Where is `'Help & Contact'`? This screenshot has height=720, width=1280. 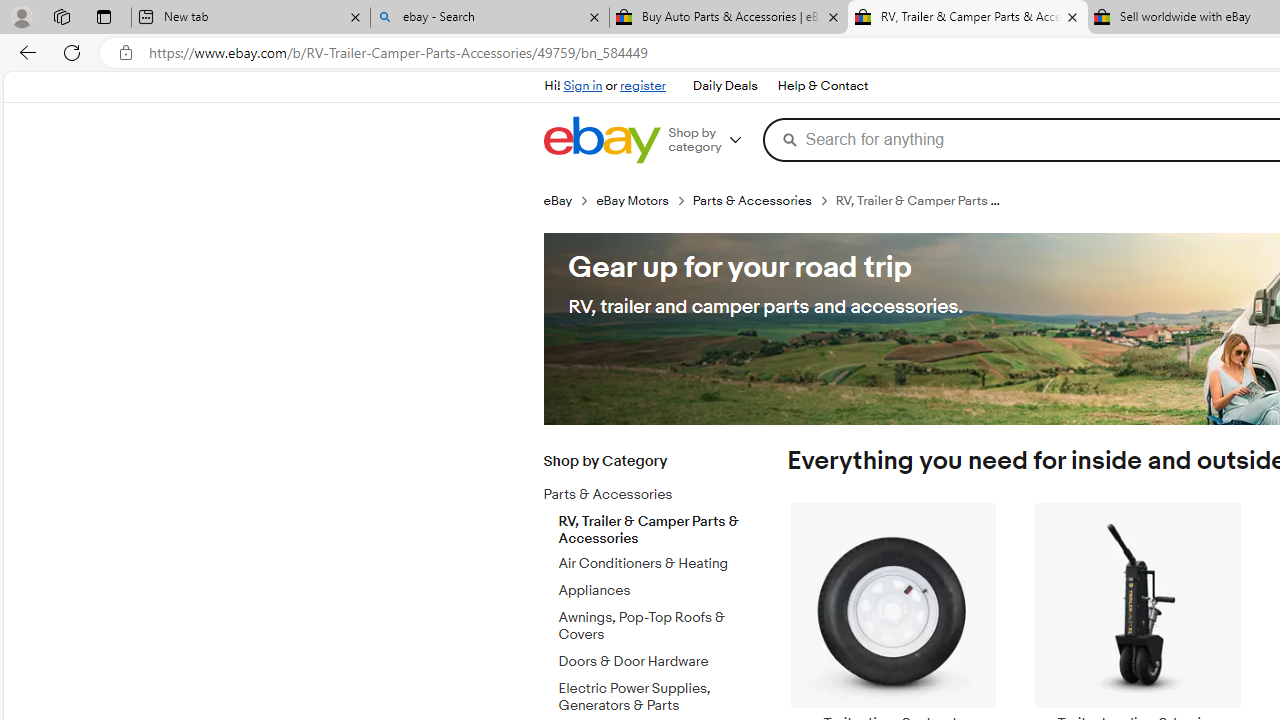 'Help & Contact' is located at coordinates (821, 85).